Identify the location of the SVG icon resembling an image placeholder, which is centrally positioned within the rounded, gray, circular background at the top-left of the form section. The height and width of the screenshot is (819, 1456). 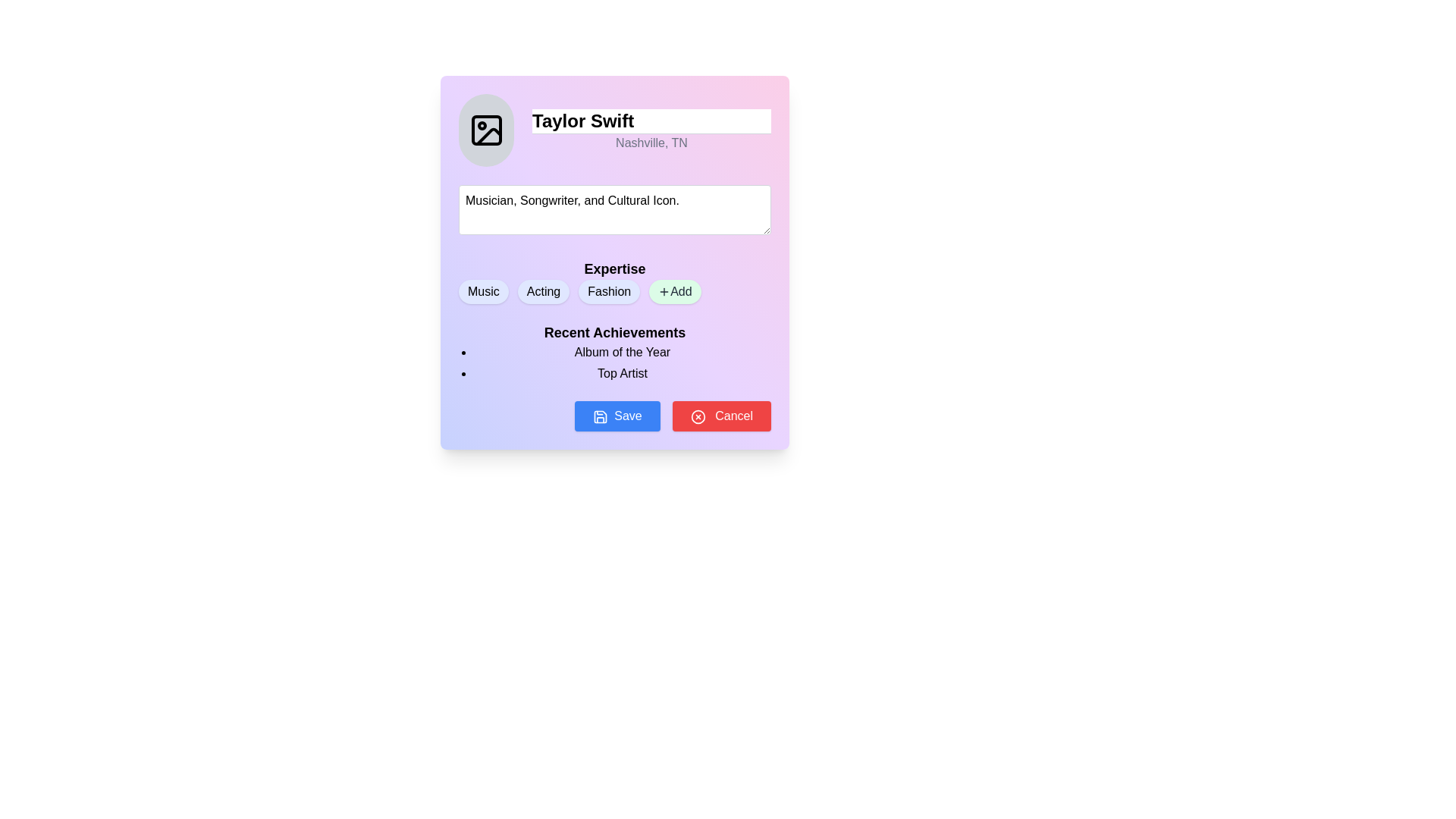
(486, 130).